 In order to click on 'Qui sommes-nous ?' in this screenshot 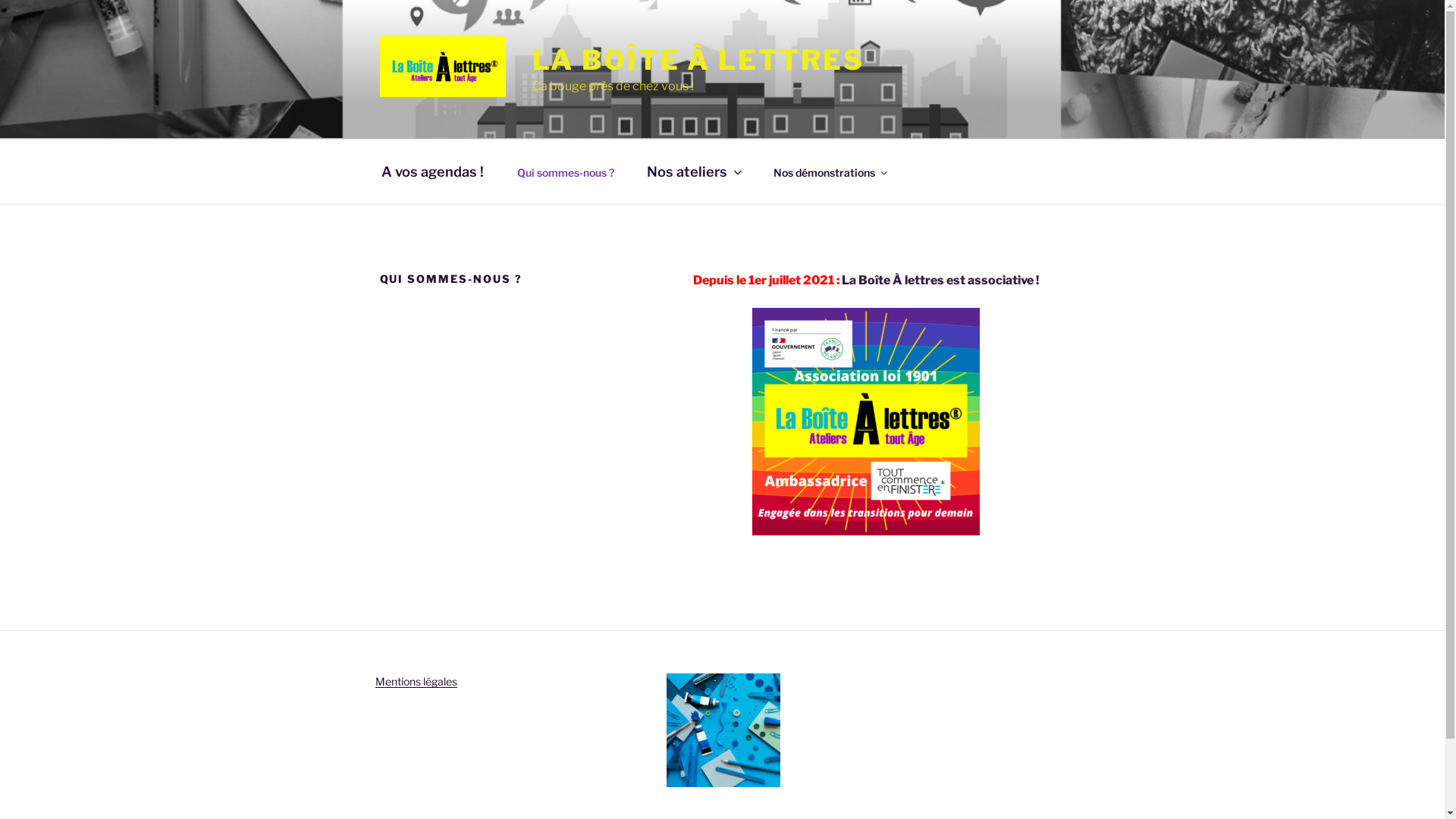, I will do `click(564, 171)`.